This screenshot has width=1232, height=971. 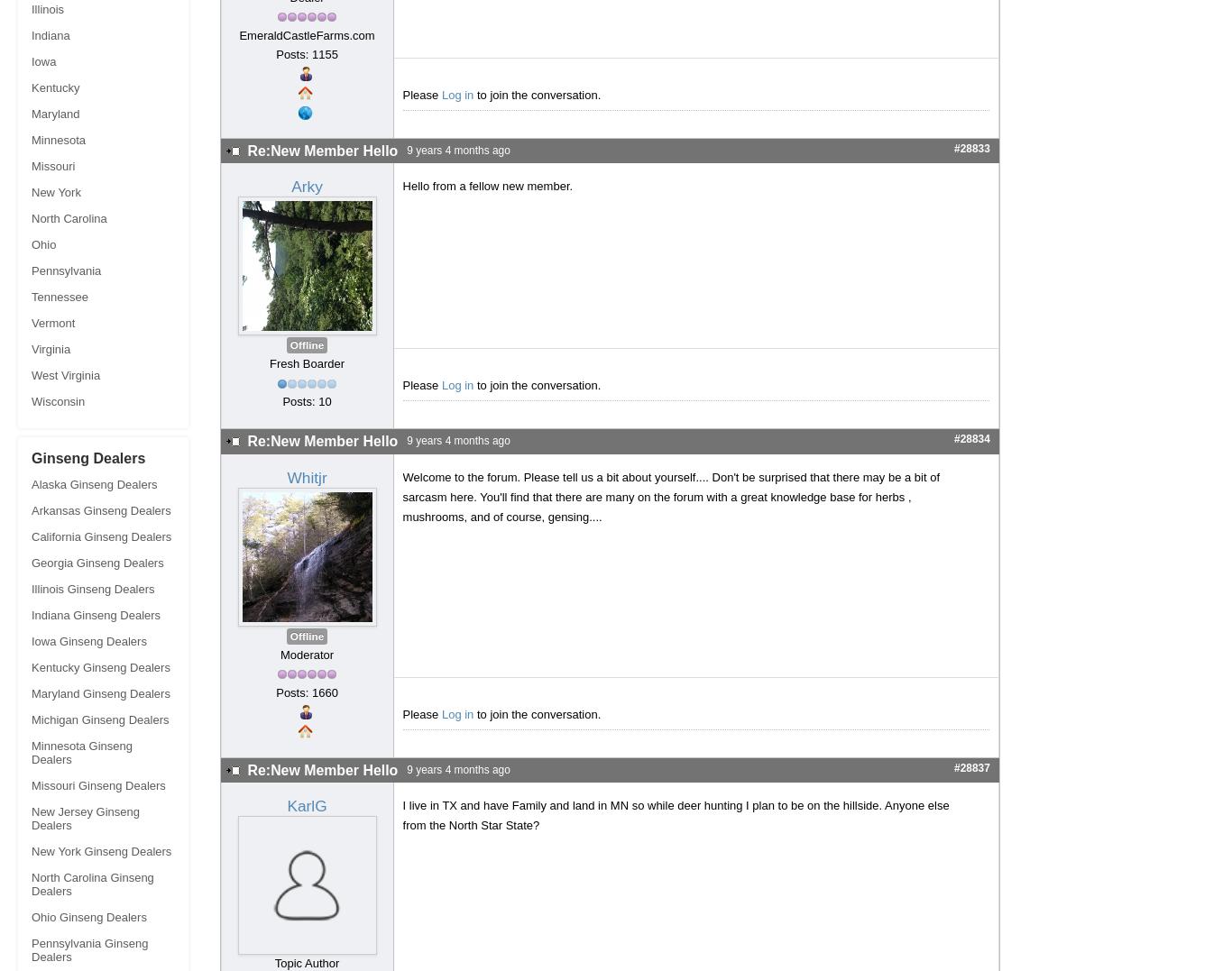 I want to click on 'Arkansas Ginseng Dealers', so click(x=31, y=510).